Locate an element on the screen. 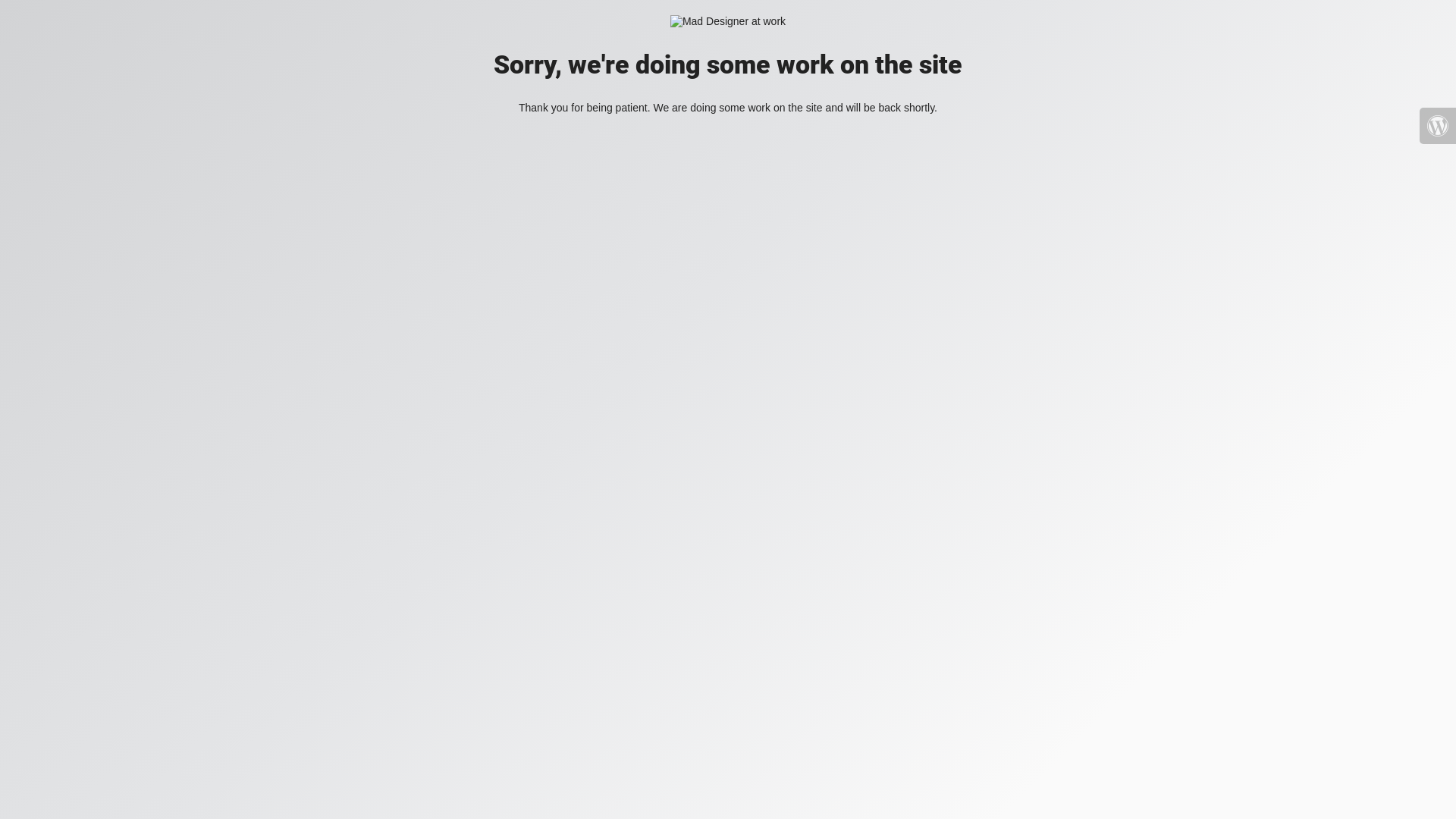 Image resolution: width=1456 pixels, height=819 pixels. 'Mad Designer at work' is located at coordinates (728, 21).